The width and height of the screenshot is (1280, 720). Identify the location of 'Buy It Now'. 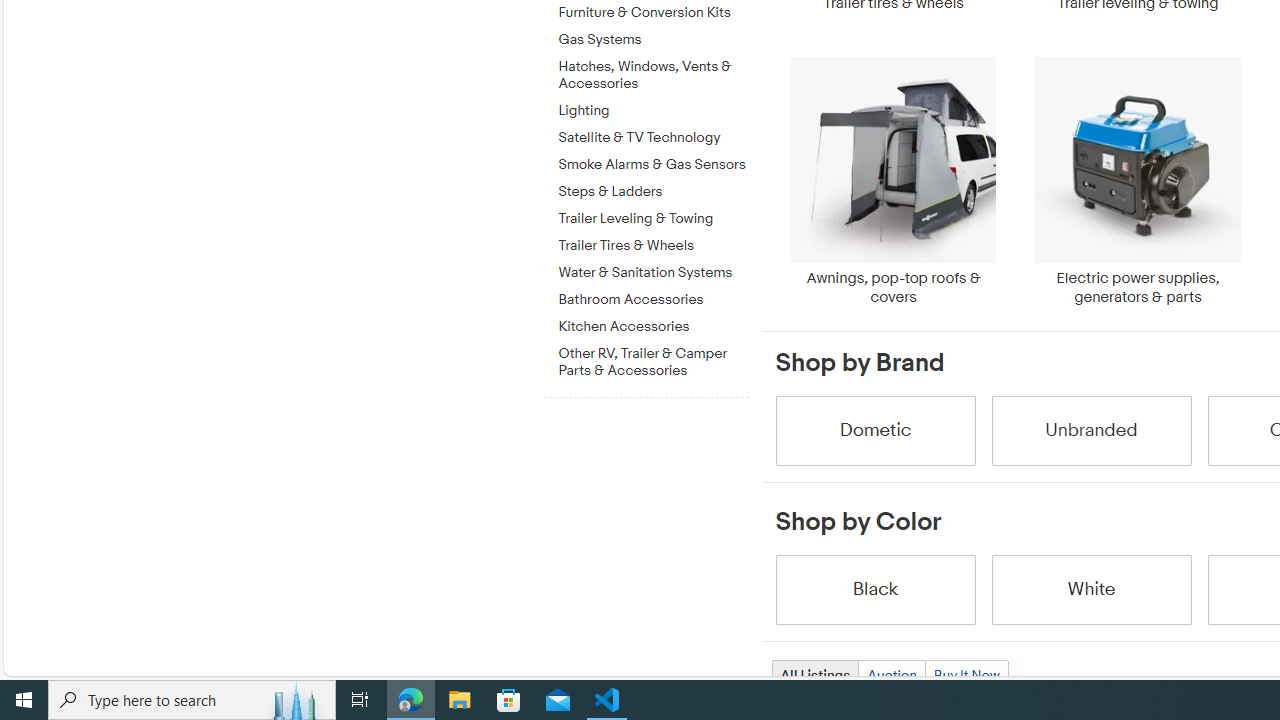
(966, 675).